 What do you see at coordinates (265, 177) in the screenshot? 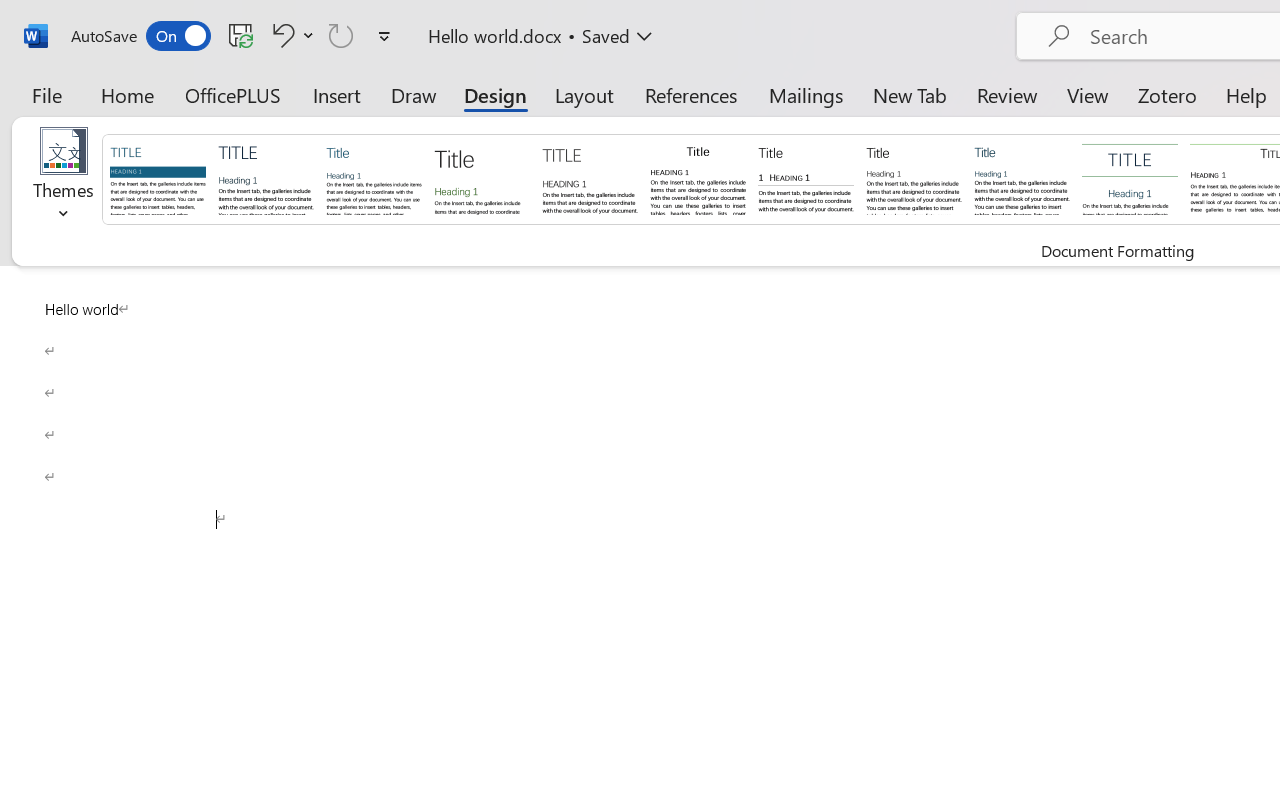
I see `'Basic (Elegant)'` at bounding box center [265, 177].